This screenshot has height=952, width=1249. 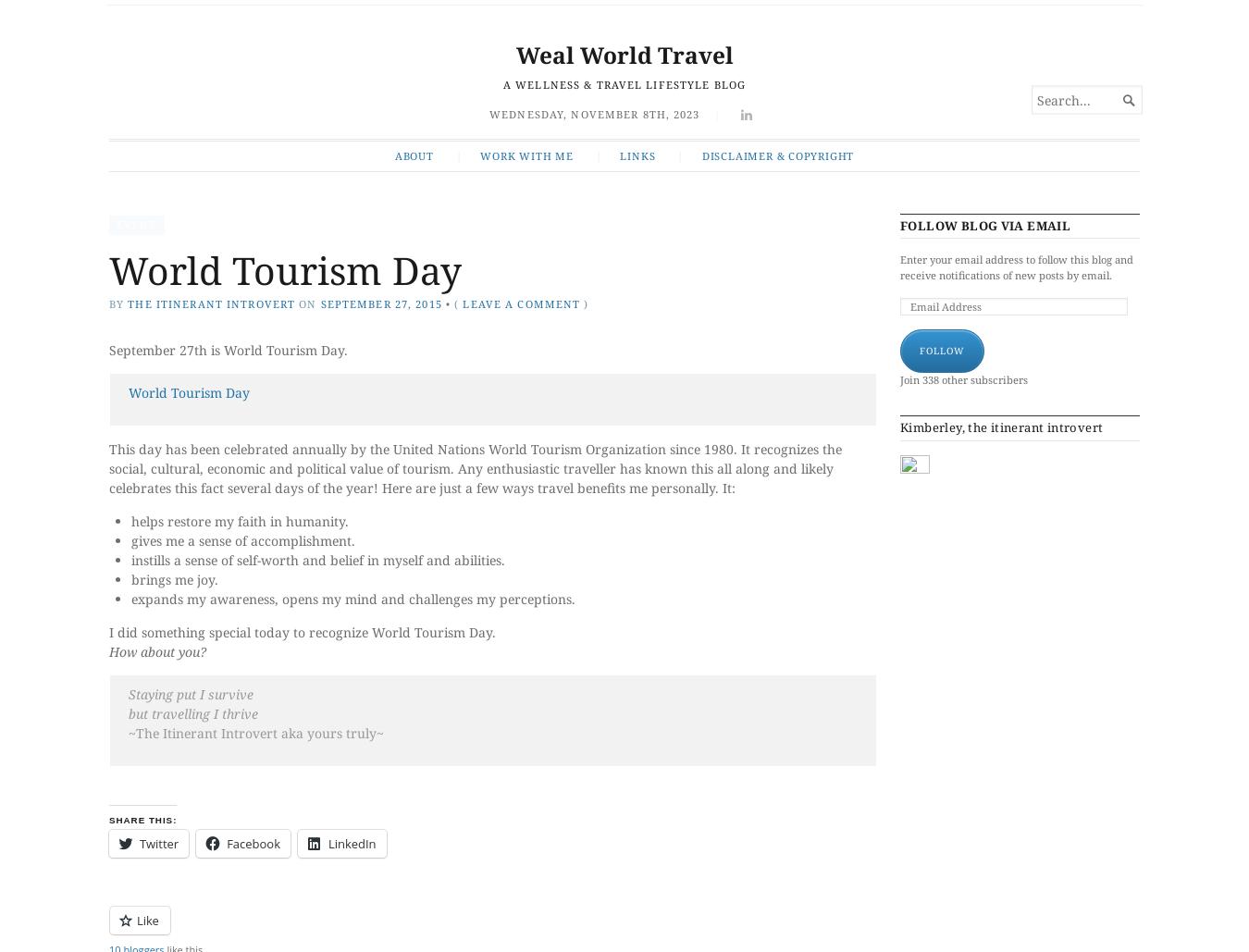 I want to click on 'Wednesday, November 8th, 2023', so click(x=594, y=112).